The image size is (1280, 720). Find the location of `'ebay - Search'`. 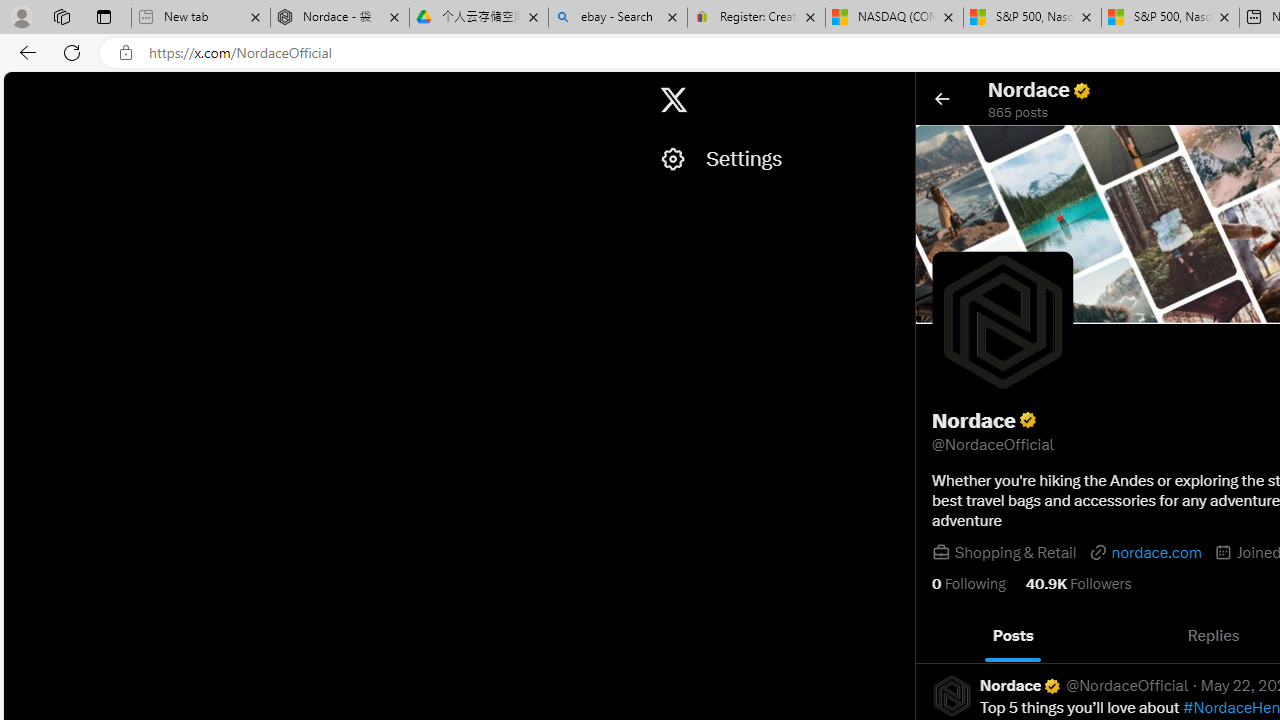

'ebay - Search' is located at coordinates (617, 17).